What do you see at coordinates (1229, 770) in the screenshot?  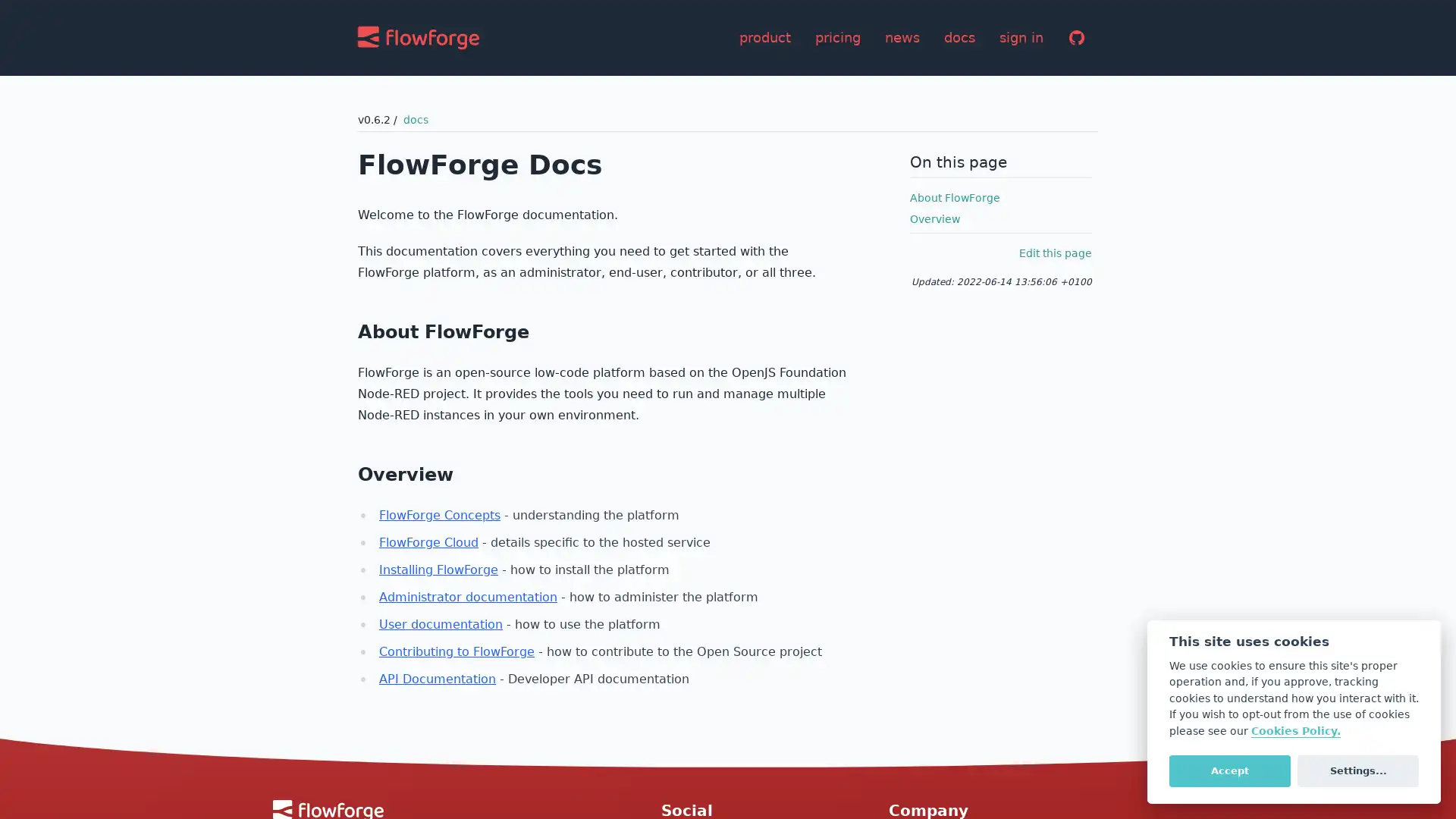 I see `Accept` at bounding box center [1229, 770].